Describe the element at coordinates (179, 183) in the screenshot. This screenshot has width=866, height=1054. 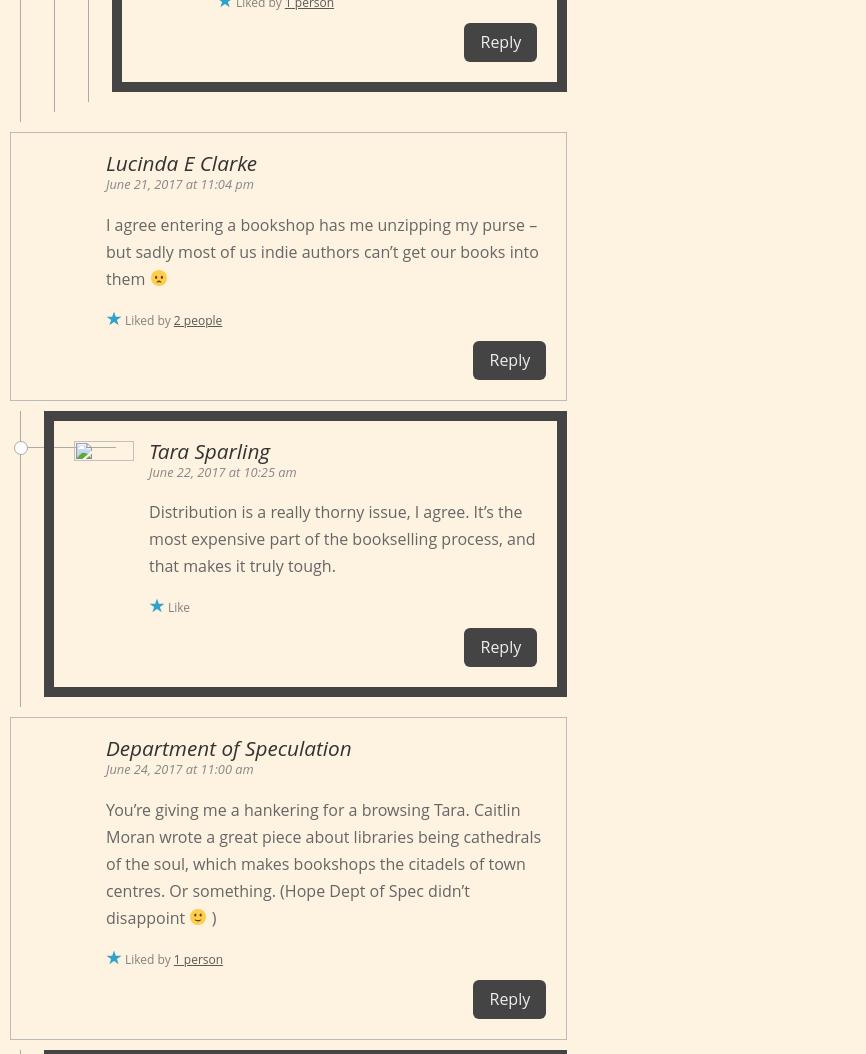
I see `'June 21, 2017 at 11:04 pm'` at that location.